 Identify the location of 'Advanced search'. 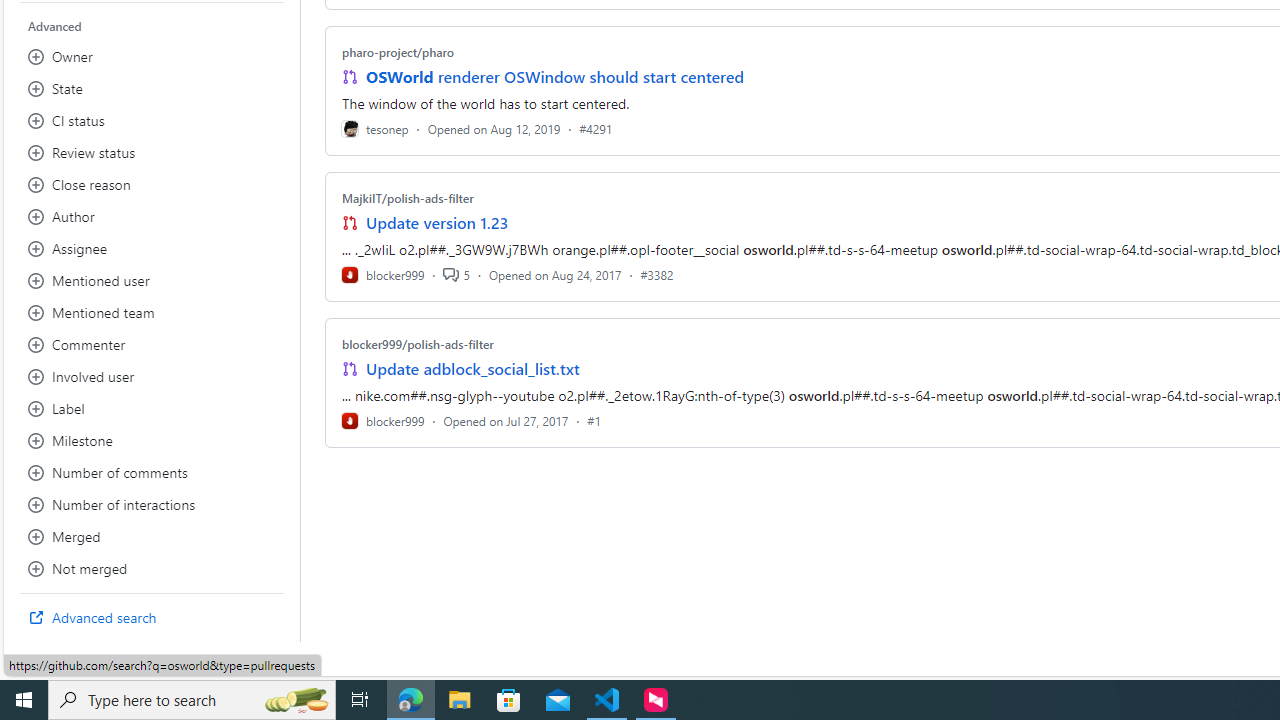
(151, 617).